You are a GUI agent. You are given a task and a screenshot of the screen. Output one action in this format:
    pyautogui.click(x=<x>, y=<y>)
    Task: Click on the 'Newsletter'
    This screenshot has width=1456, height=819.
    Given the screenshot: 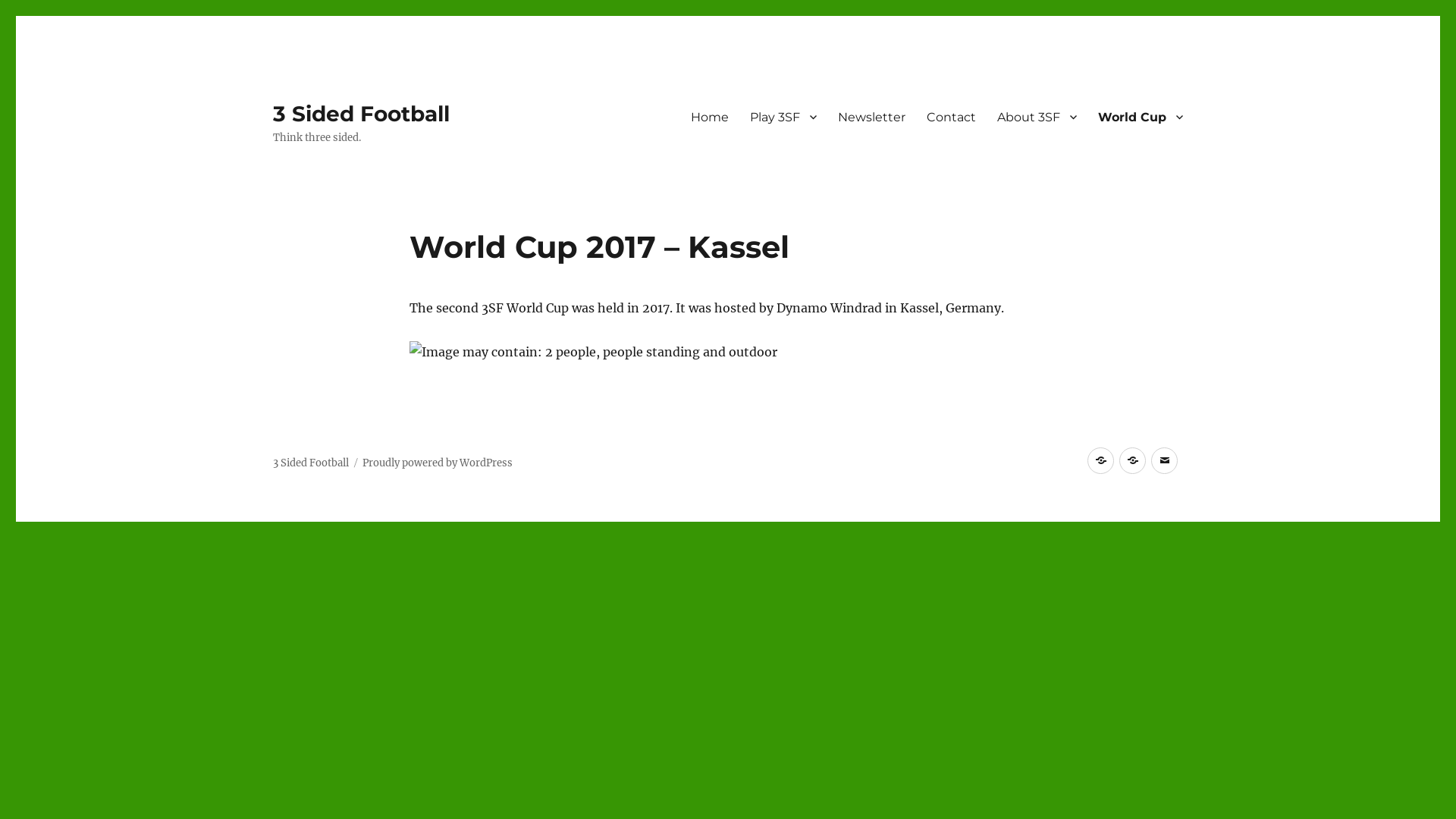 What is the action you would take?
    pyautogui.click(x=871, y=116)
    